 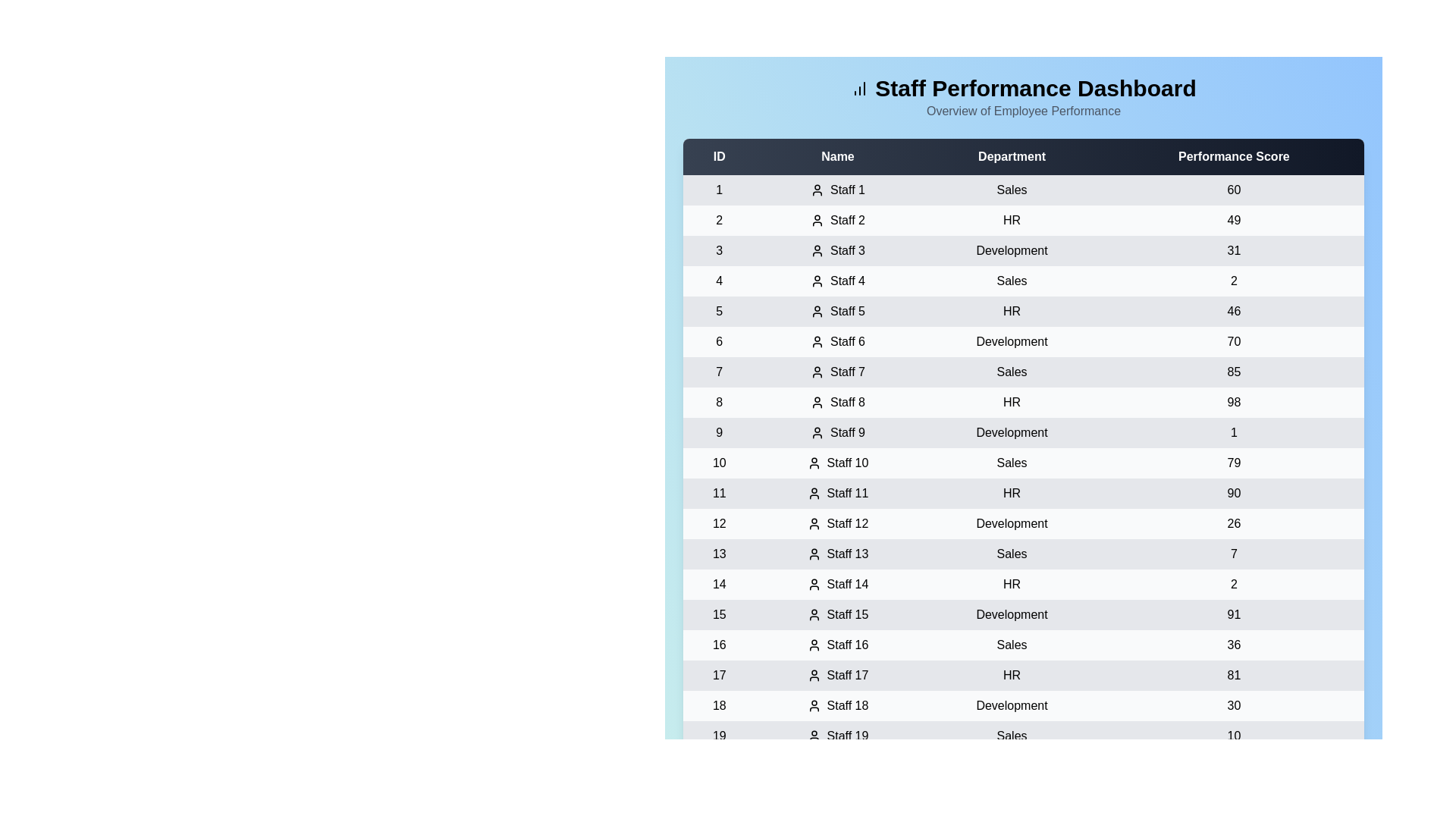 What do you see at coordinates (1234, 157) in the screenshot?
I see `the column header labeled 'Performance Score' to sort the table by that column` at bounding box center [1234, 157].